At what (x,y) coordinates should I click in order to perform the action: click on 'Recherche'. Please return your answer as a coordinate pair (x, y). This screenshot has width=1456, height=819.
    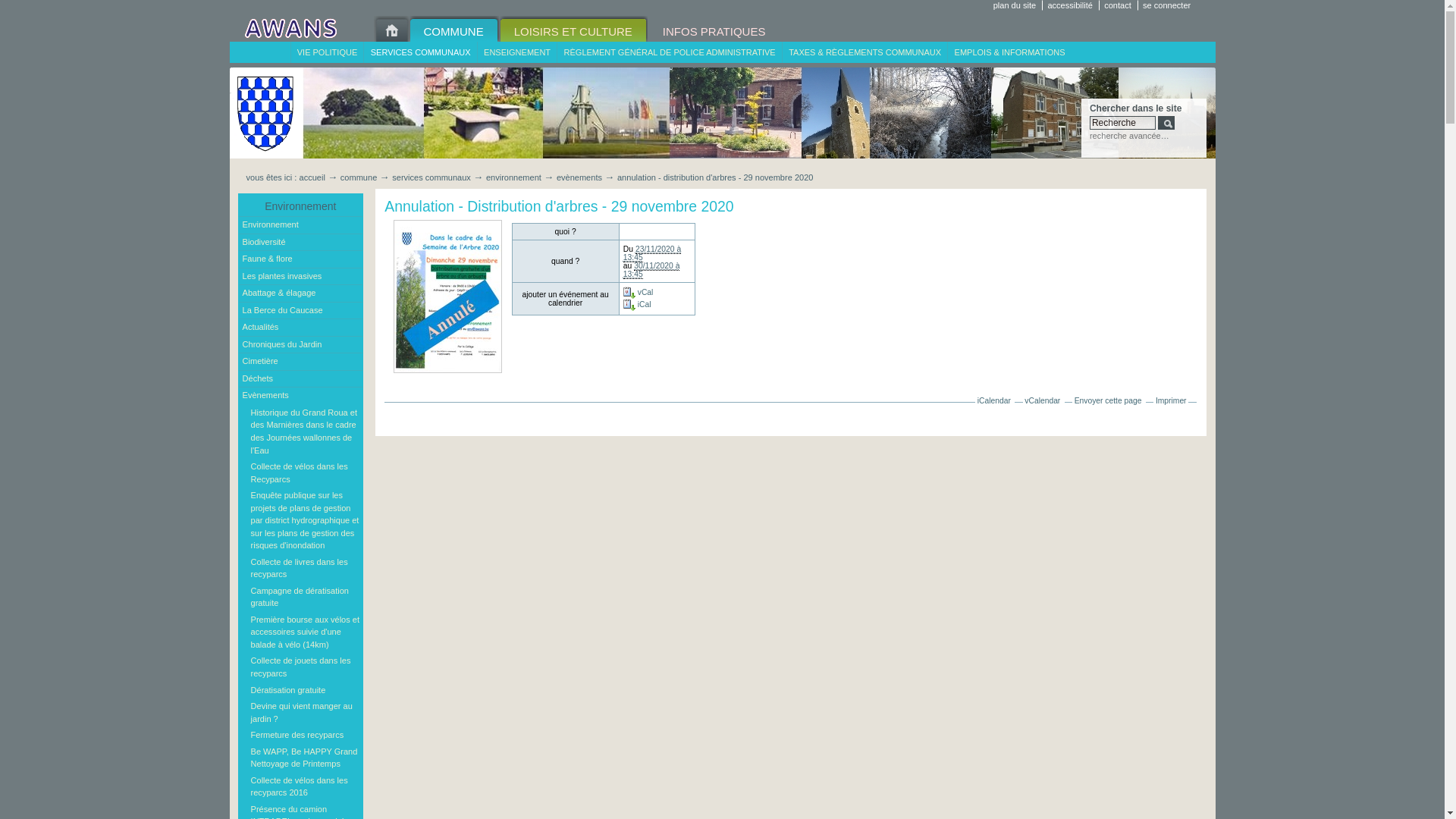
    Looking at the image, I should click on (1122, 122).